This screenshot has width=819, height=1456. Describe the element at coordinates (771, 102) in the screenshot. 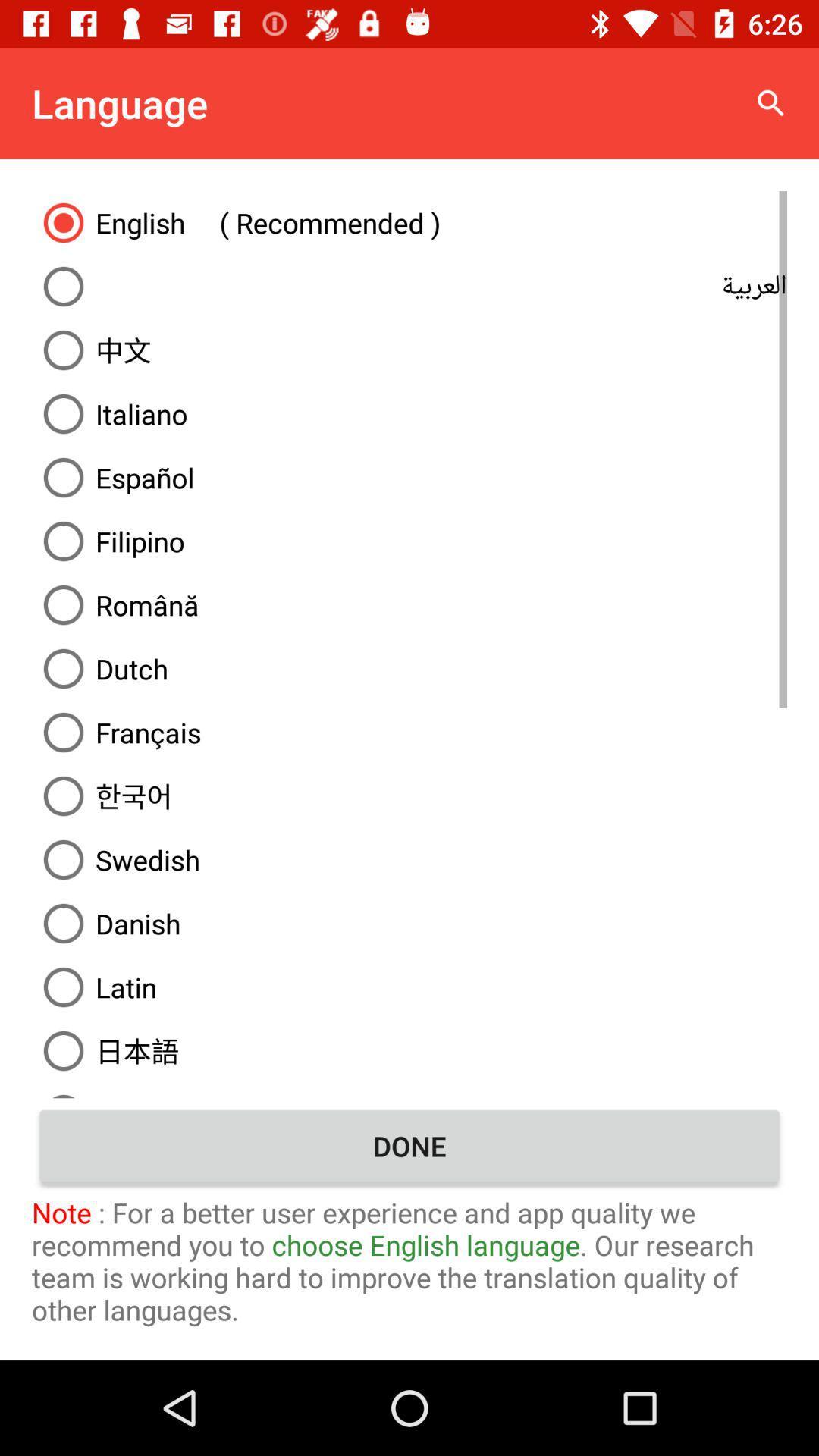

I see `item to the right of the language` at that location.